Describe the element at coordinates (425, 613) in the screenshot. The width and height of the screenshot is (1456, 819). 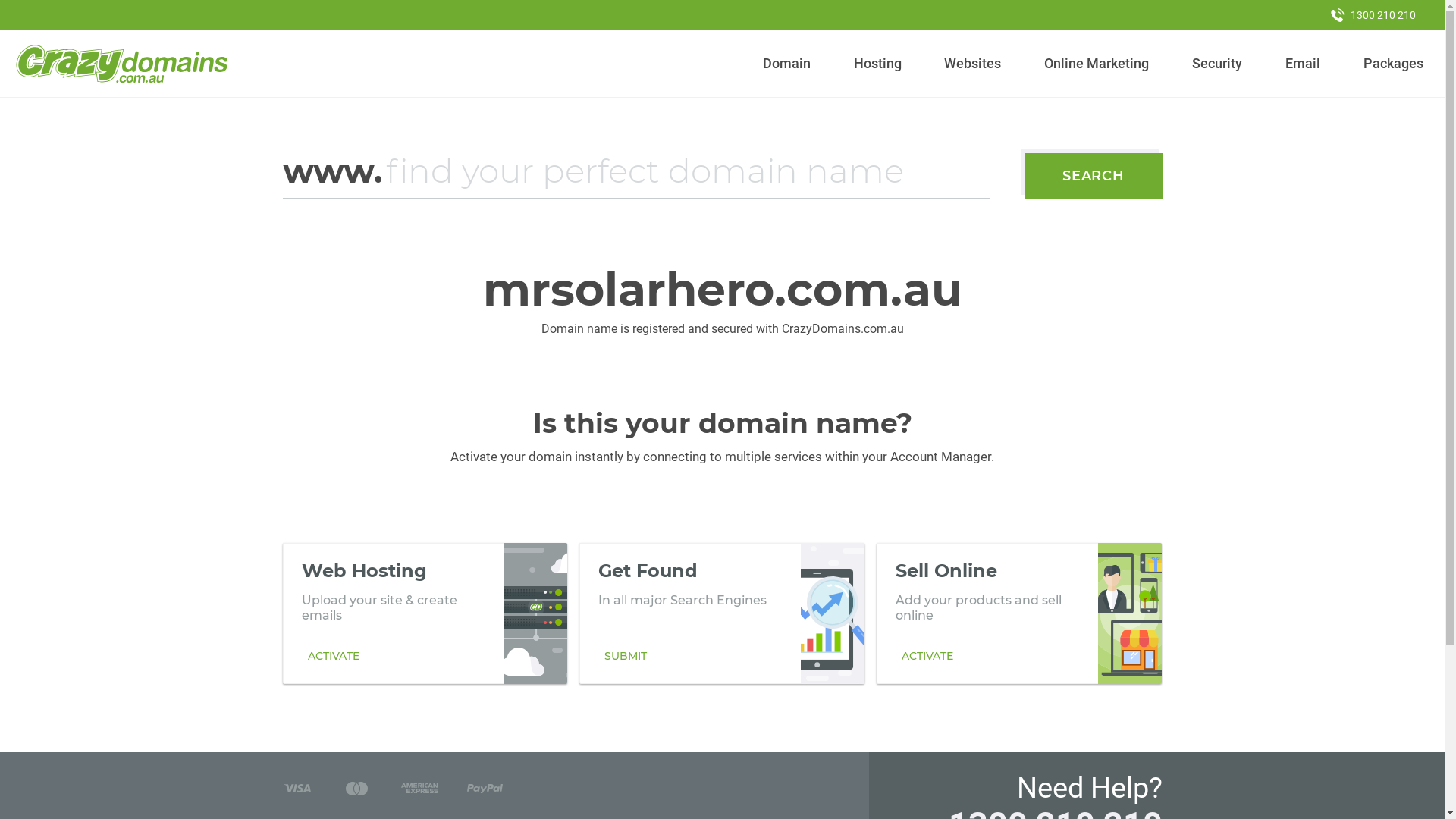
I see `'Web Hosting` at that location.